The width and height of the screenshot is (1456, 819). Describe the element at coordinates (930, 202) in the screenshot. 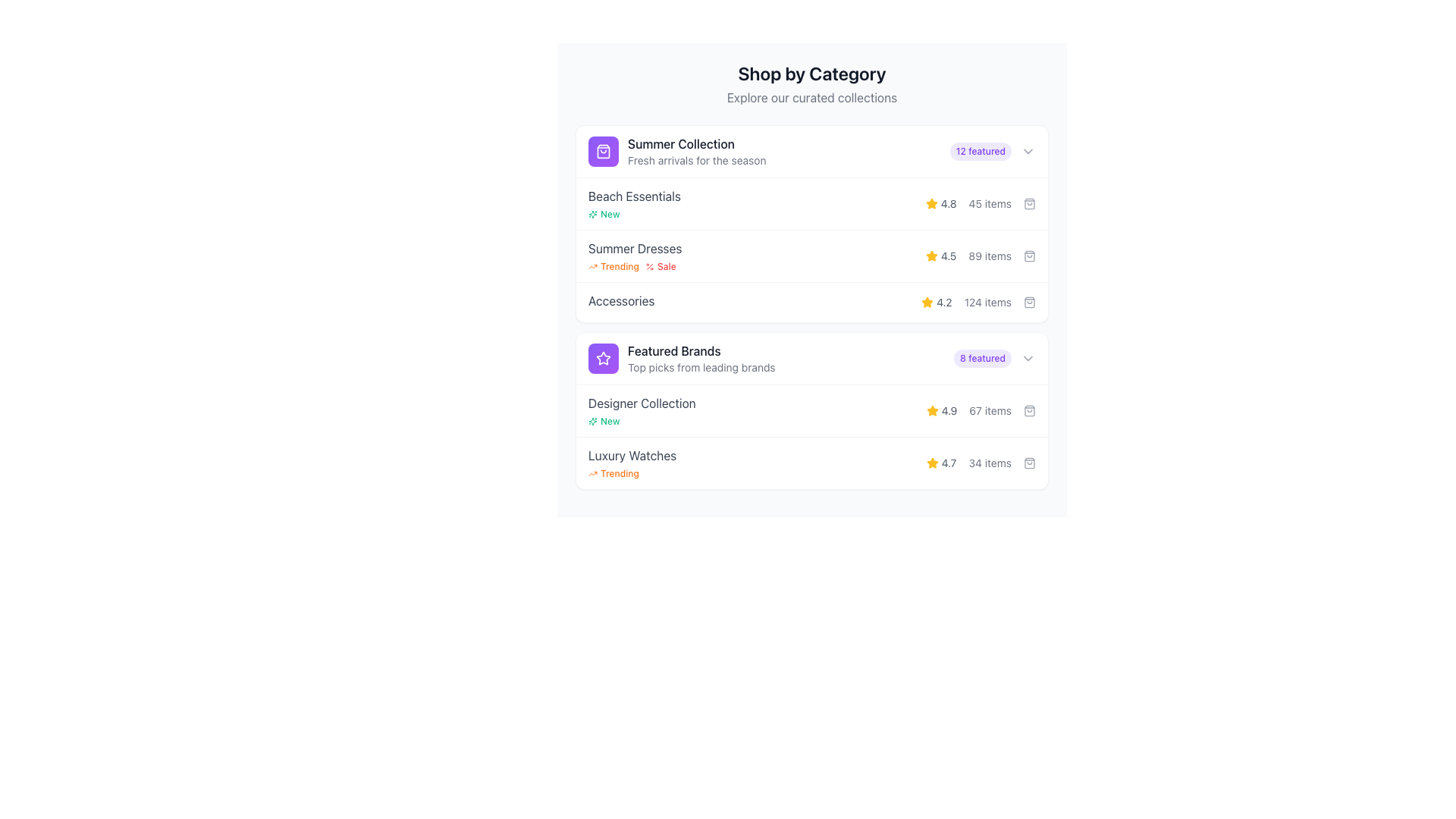

I see `the star icon representing the rating of '4.8' in the 'Beach Essentials' section of the 'Shop by Category'` at that location.